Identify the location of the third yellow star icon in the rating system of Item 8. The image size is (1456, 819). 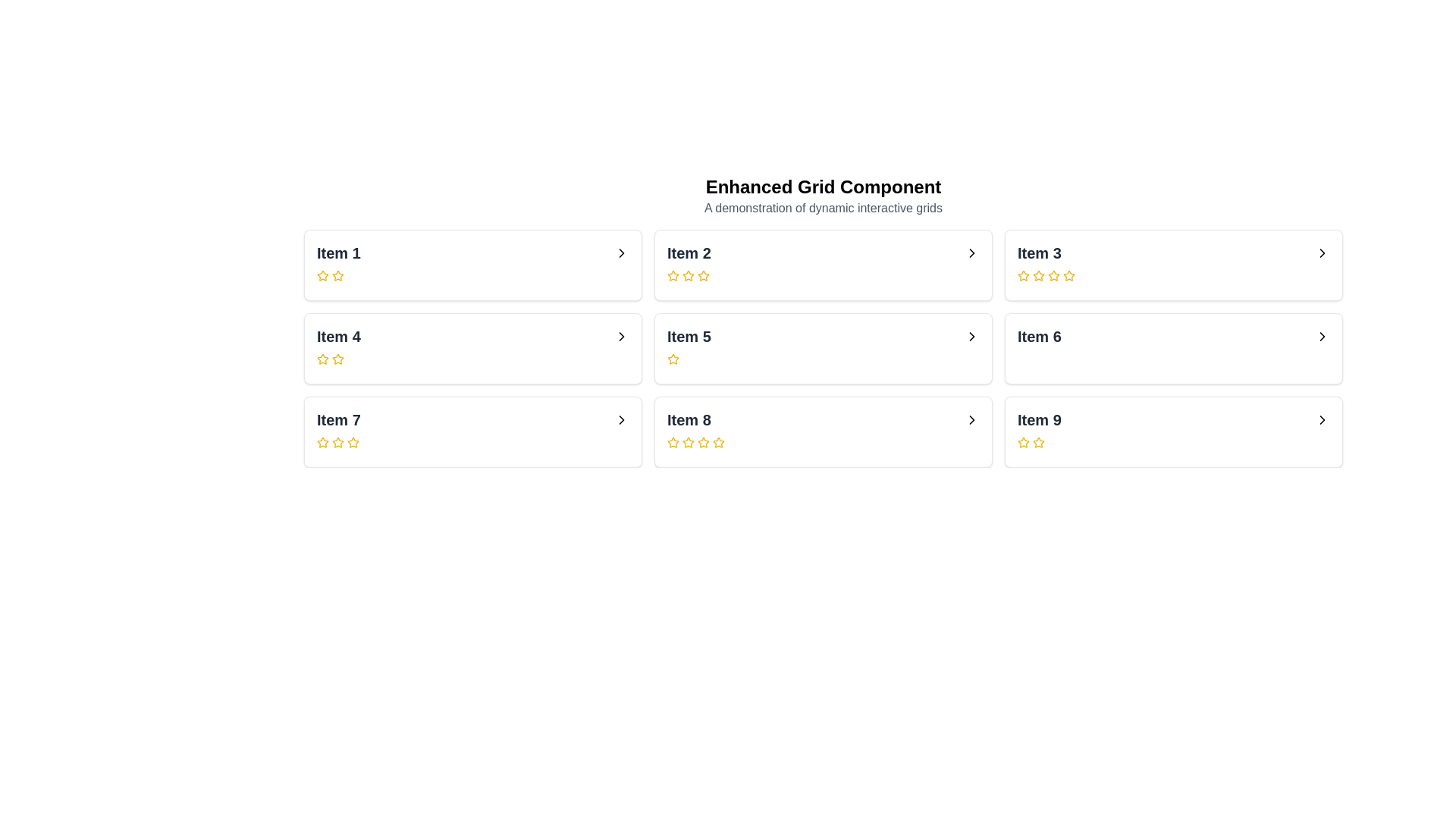
(718, 442).